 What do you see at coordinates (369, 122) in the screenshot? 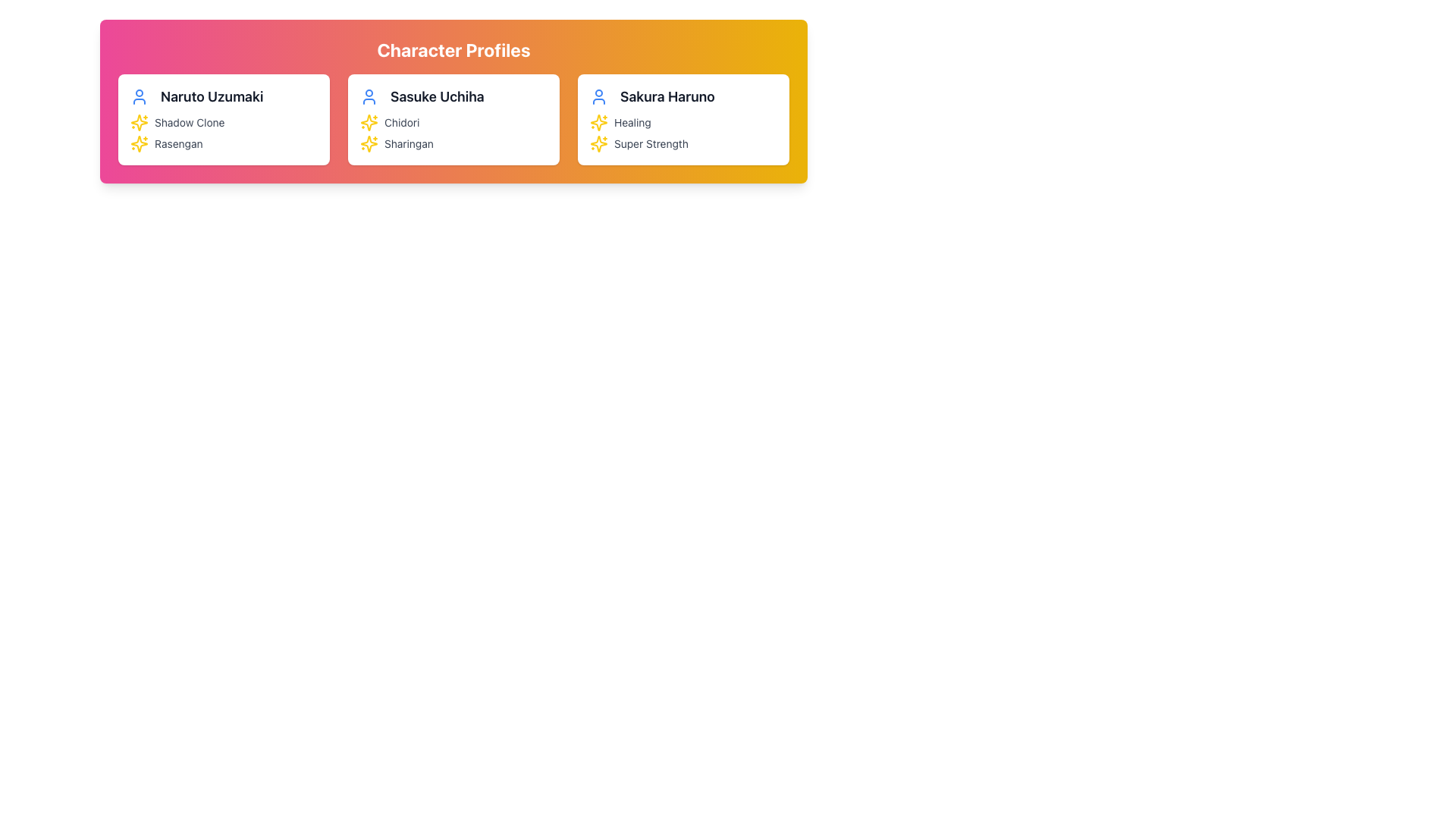
I see `the yellow sparkle icon located to the left of the 'Chidori' text within the 'Sasuke Uchiha' card to emphasize its importance` at bounding box center [369, 122].